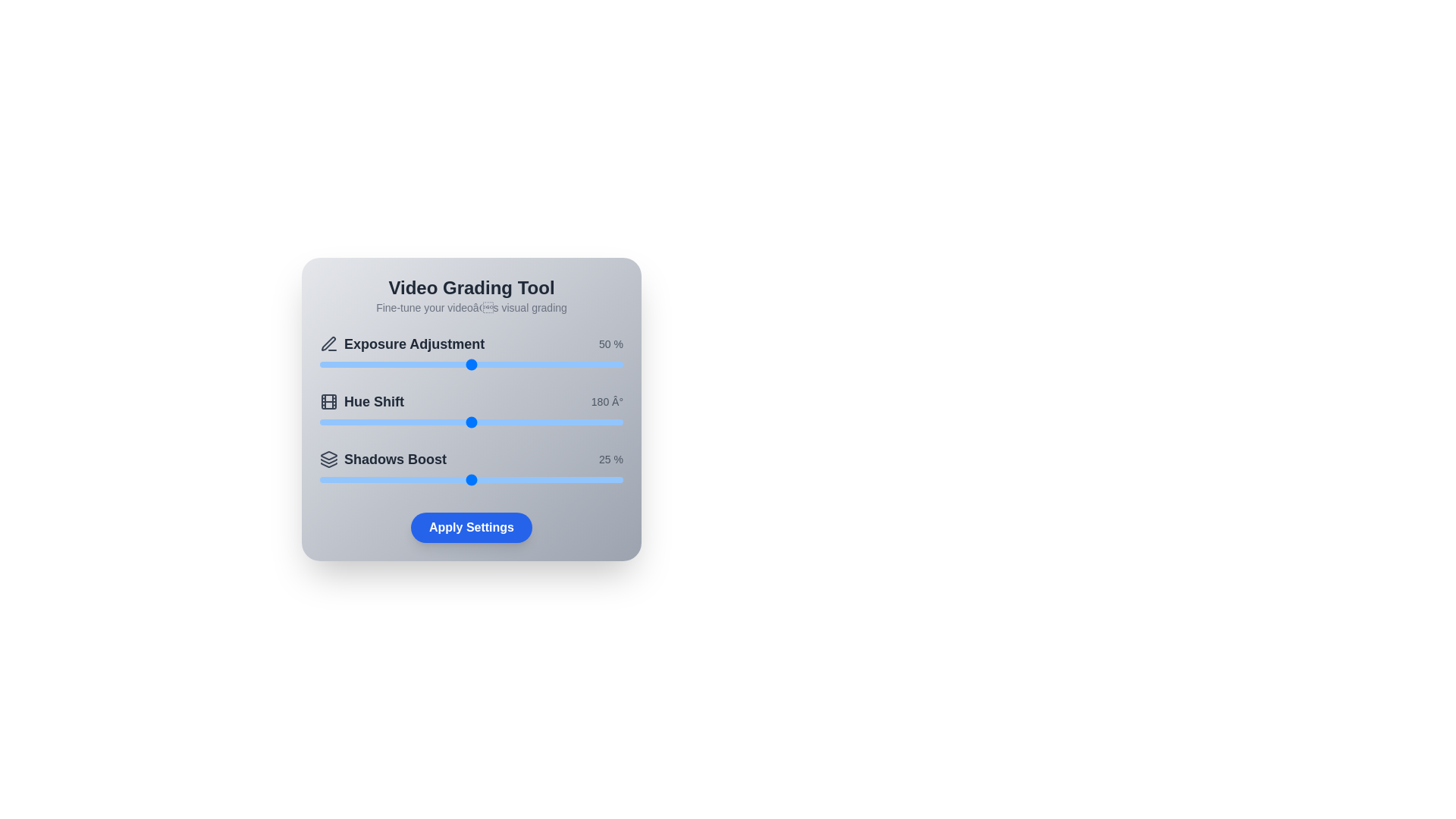  Describe the element at coordinates (471, 411) in the screenshot. I see `middle label and value of the grouped interactive sliders labeled 'Hue Shift' located within the 'Video Grading Tool' interface` at that location.